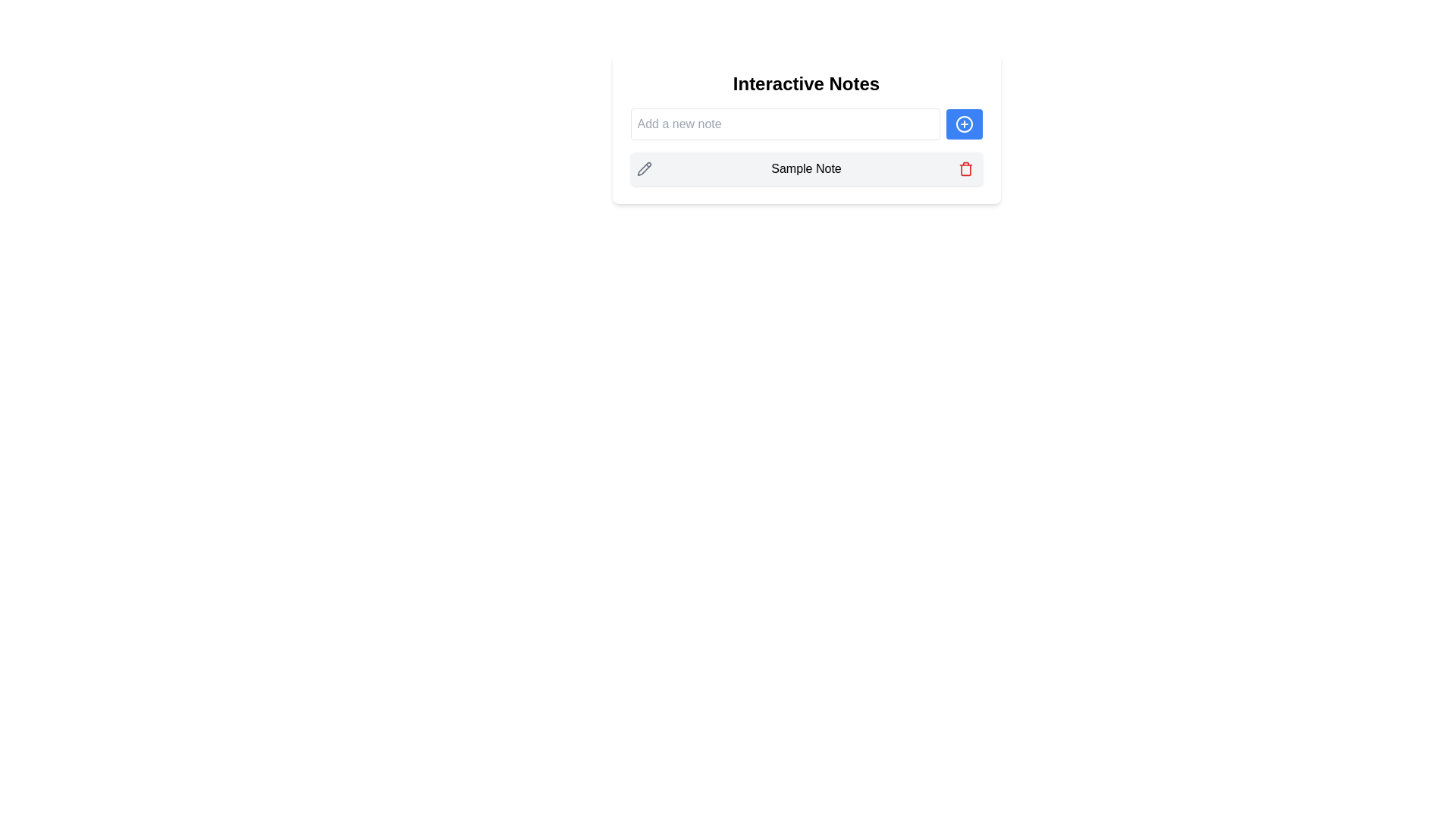  What do you see at coordinates (965, 169) in the screenshot?
I see `the Trash Can icon located at the far right of the note item row` at bounding box center [965, 169].